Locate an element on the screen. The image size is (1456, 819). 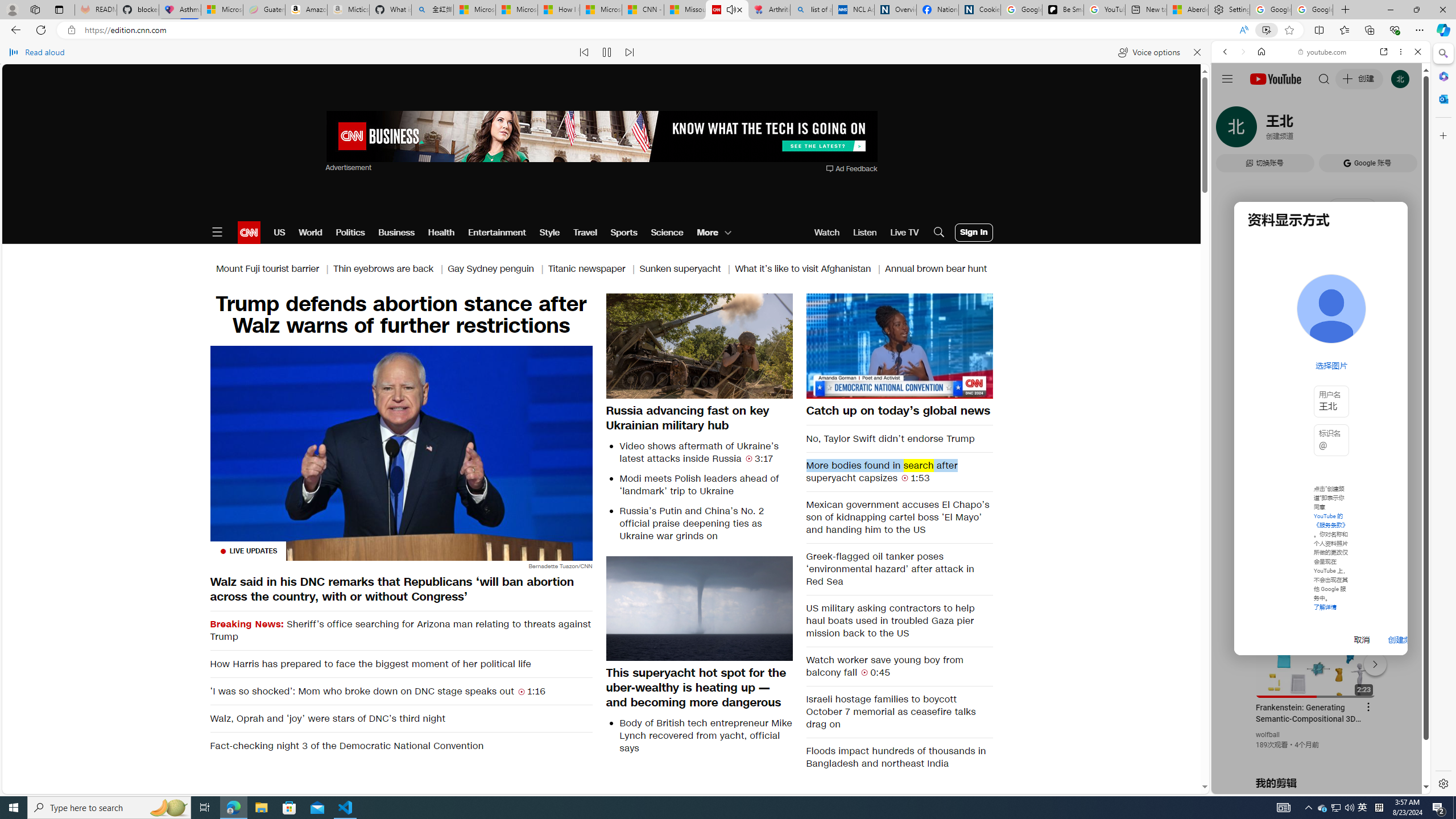
'World' is located at coordinates (310, 231).